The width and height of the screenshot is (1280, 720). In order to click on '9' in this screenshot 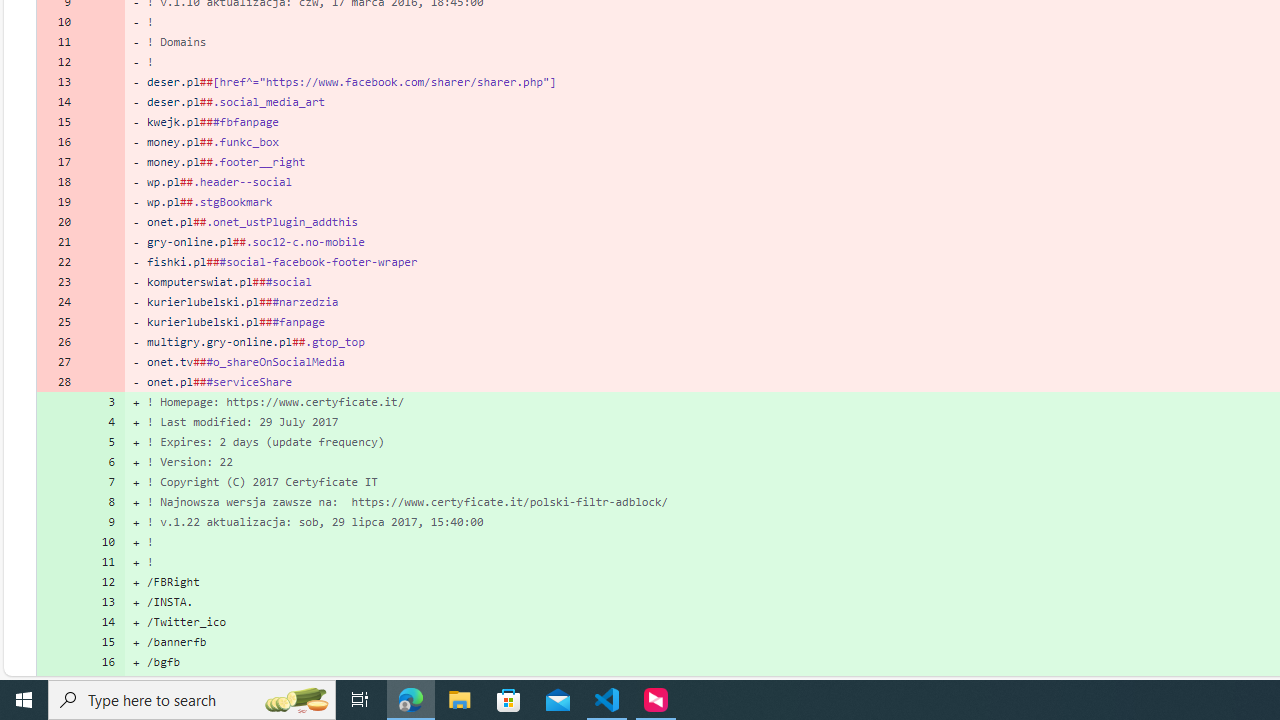, I will do `click(102, 521)`.